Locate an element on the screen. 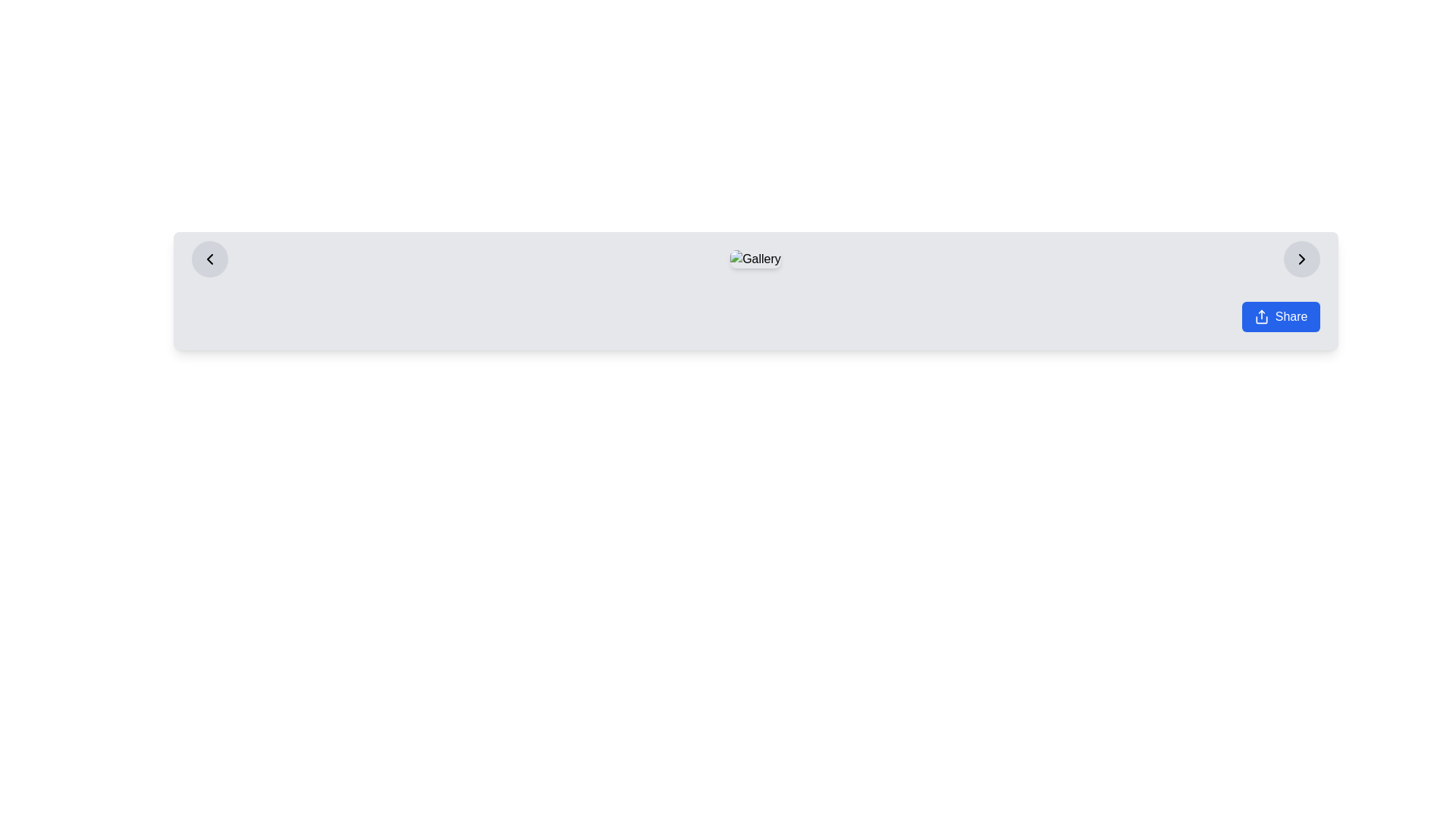 The image size is (1456, 819). on the second circular progress indicator in the group of three, used for tracking steps in a carousel or slideshow is located at coordinates (755, 284).